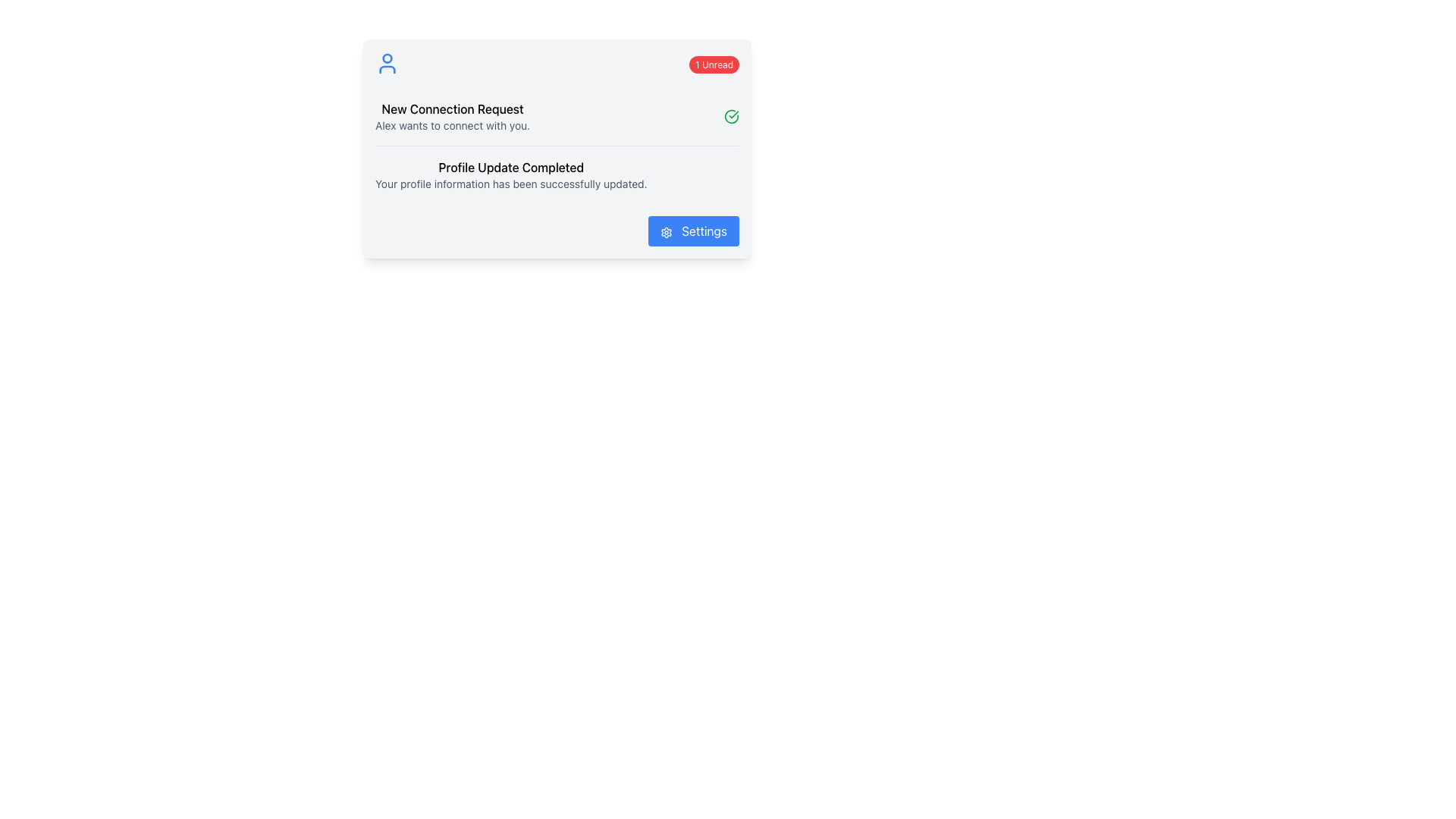  What do you see at coordinates (692, 231) in the screenshot?
I see `the 'Settings' button located at the bottom-right of the application, which opens the settings section when clicked` at bounding box center [692, 231].